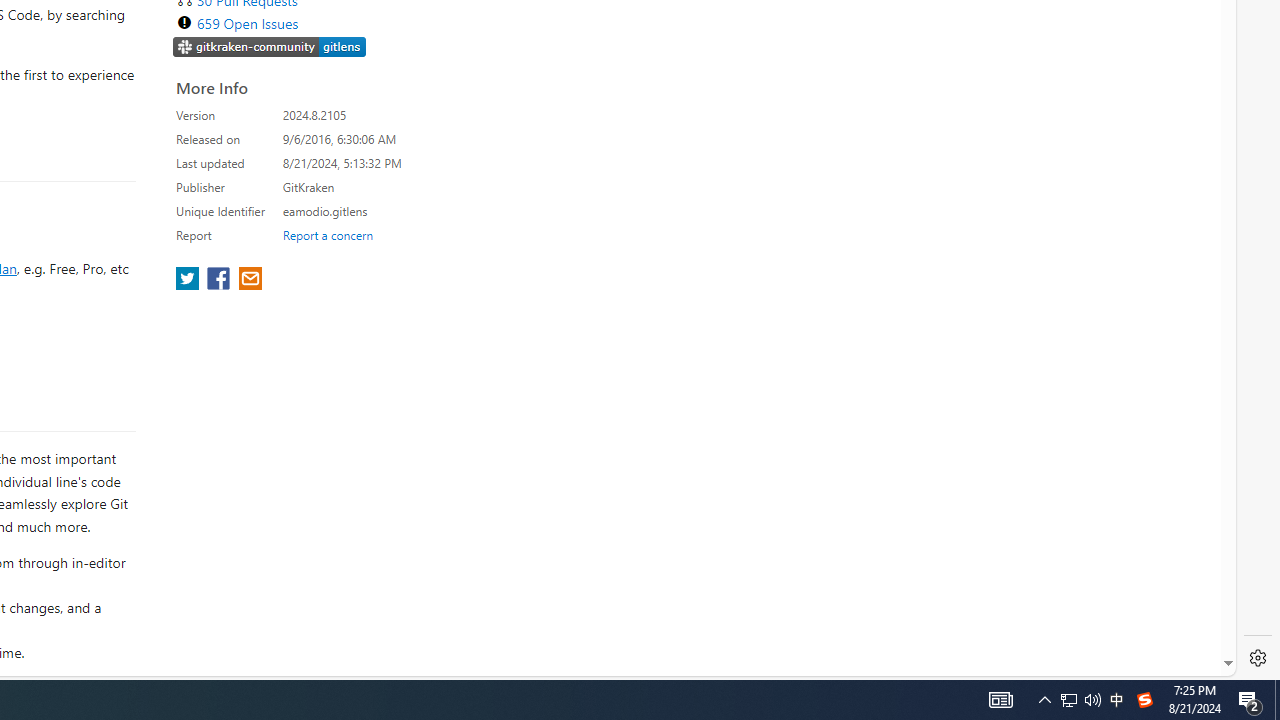 This screenshot has height=720, width=1280. I want to click on 'share extension on twitter', so click(190, 280).